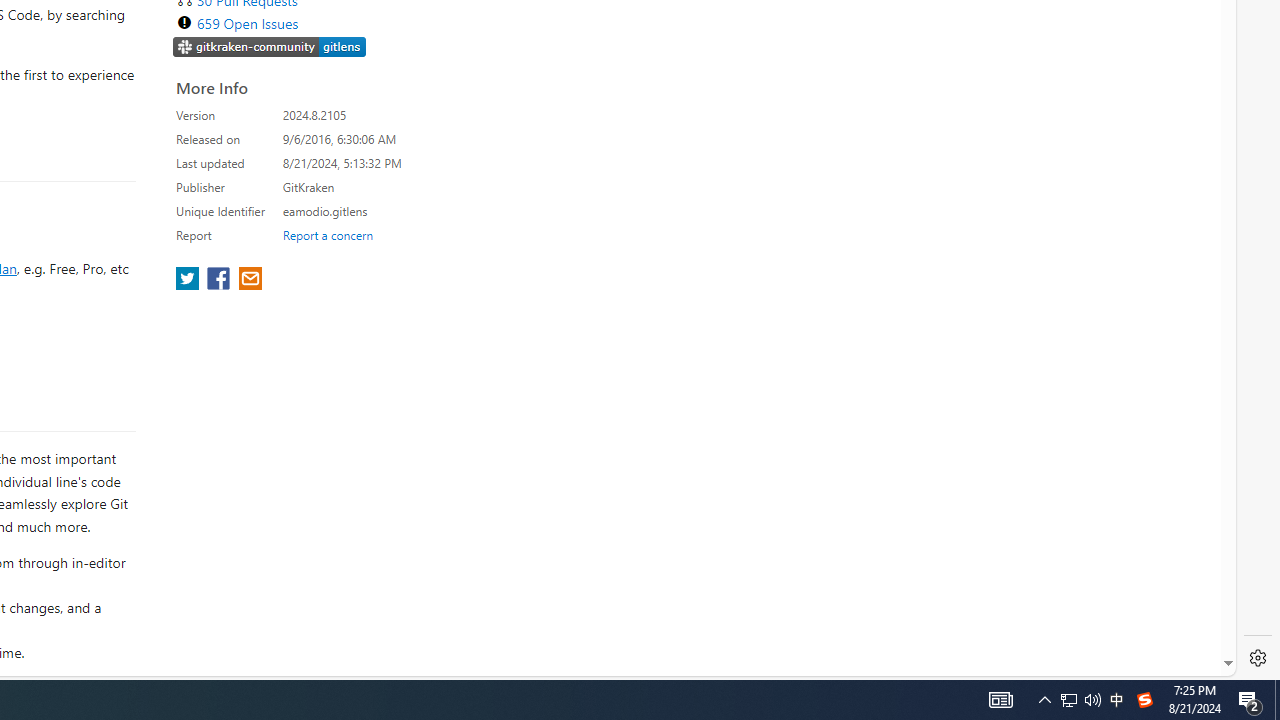 This screenshot has height=720, width=1280. I want to click on 'share extension on twitter', so click(190, 280).